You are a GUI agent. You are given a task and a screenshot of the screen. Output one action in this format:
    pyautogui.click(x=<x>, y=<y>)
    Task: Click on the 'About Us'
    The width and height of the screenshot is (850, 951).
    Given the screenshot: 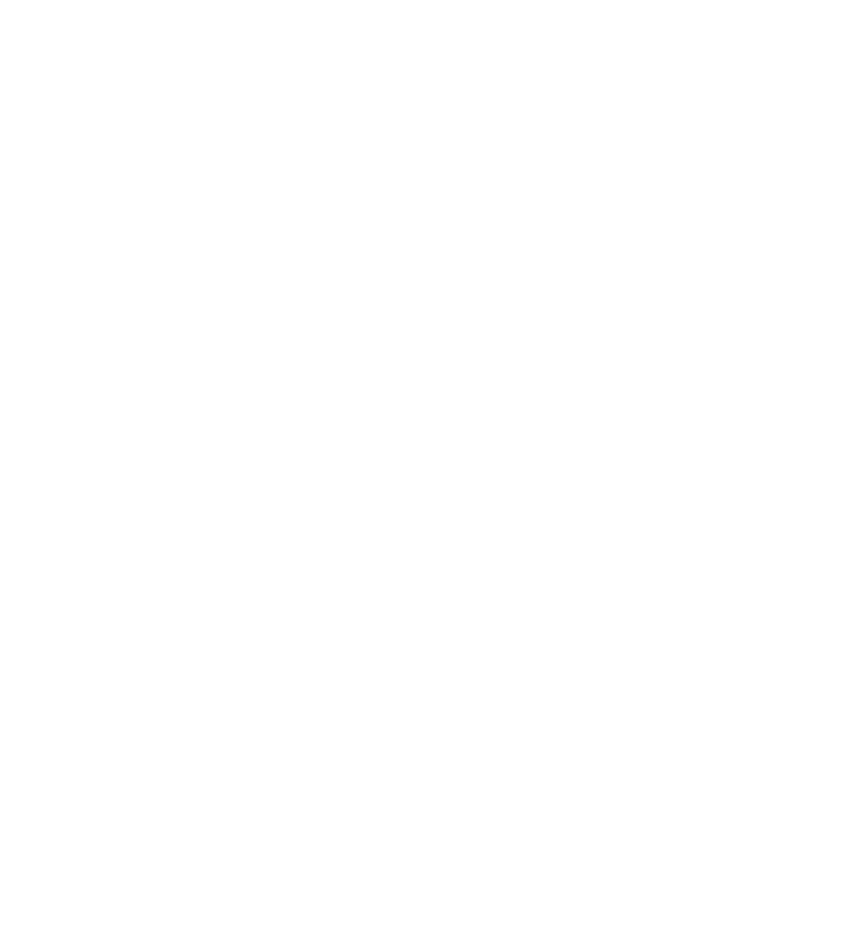 What is the action you would take?
    pyautogui.click(x=392, y=619)
    